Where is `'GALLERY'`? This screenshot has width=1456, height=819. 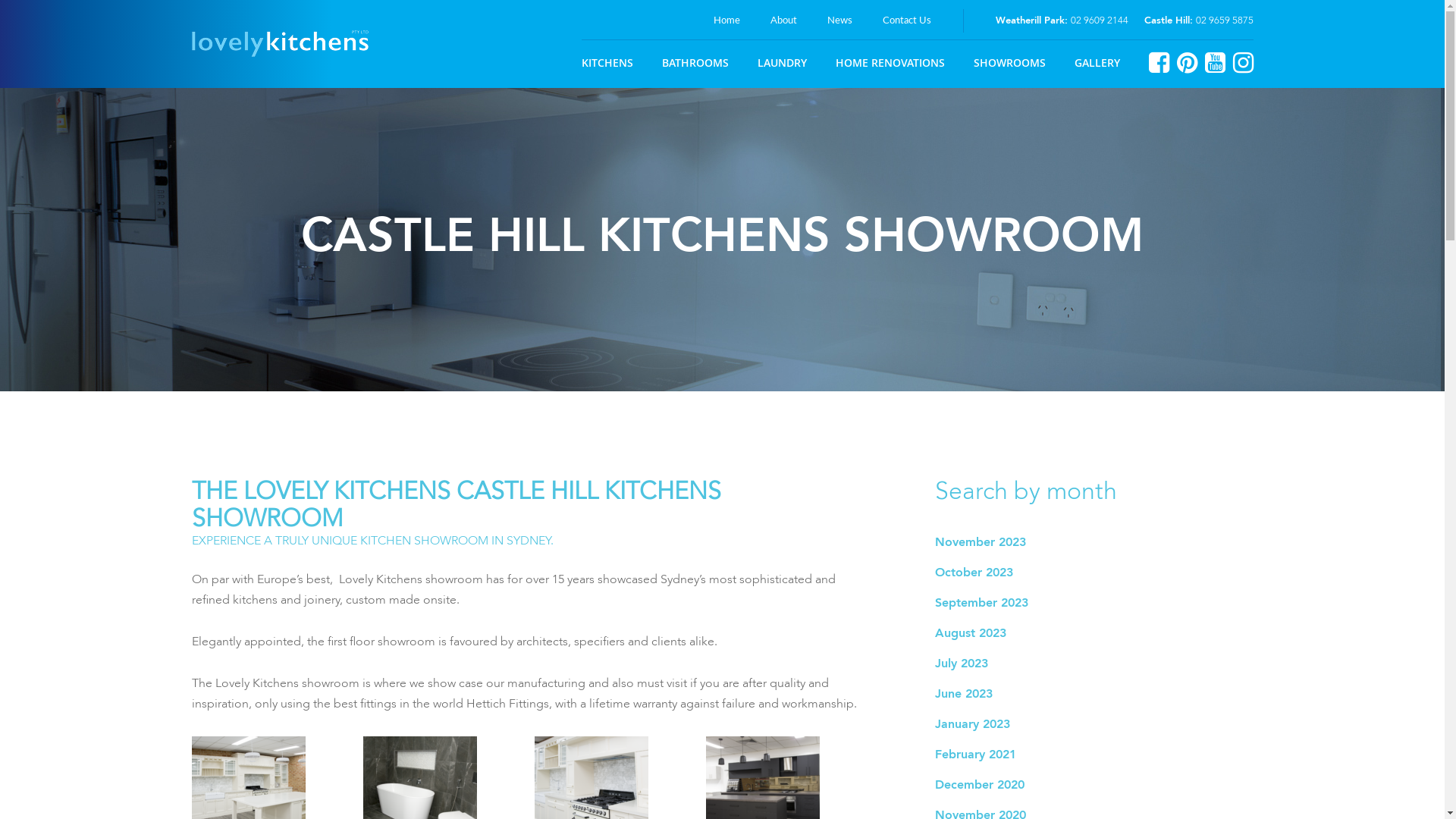 'GALLERY' is located at coordinates (1096, 61).